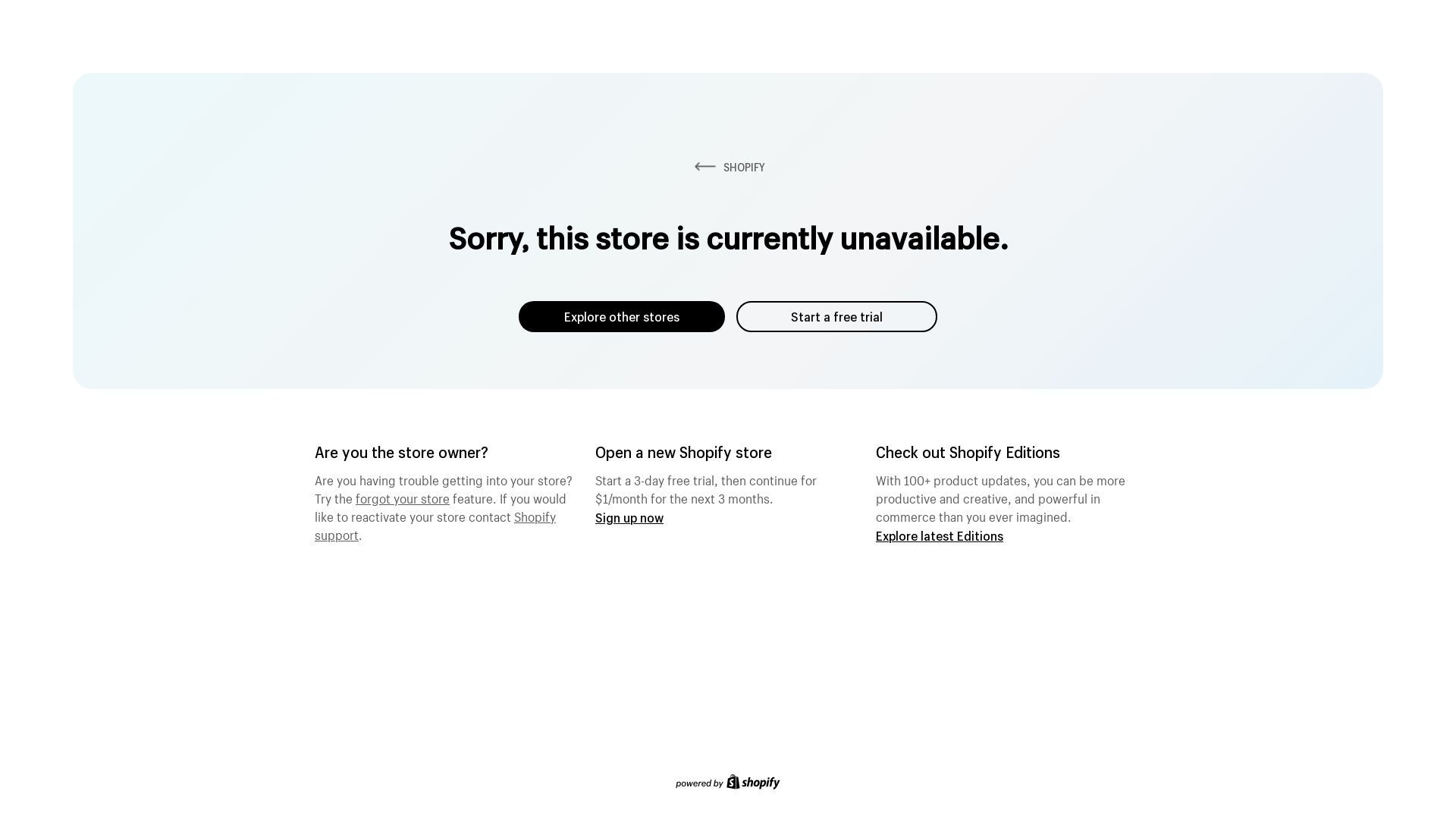 Image resolution: width=1456 pixels, height=819 pixels. What do you see at coordinates (836, 315) in the screenshot?
I see `'Start a free trial'` at bounding box center [836, 315].